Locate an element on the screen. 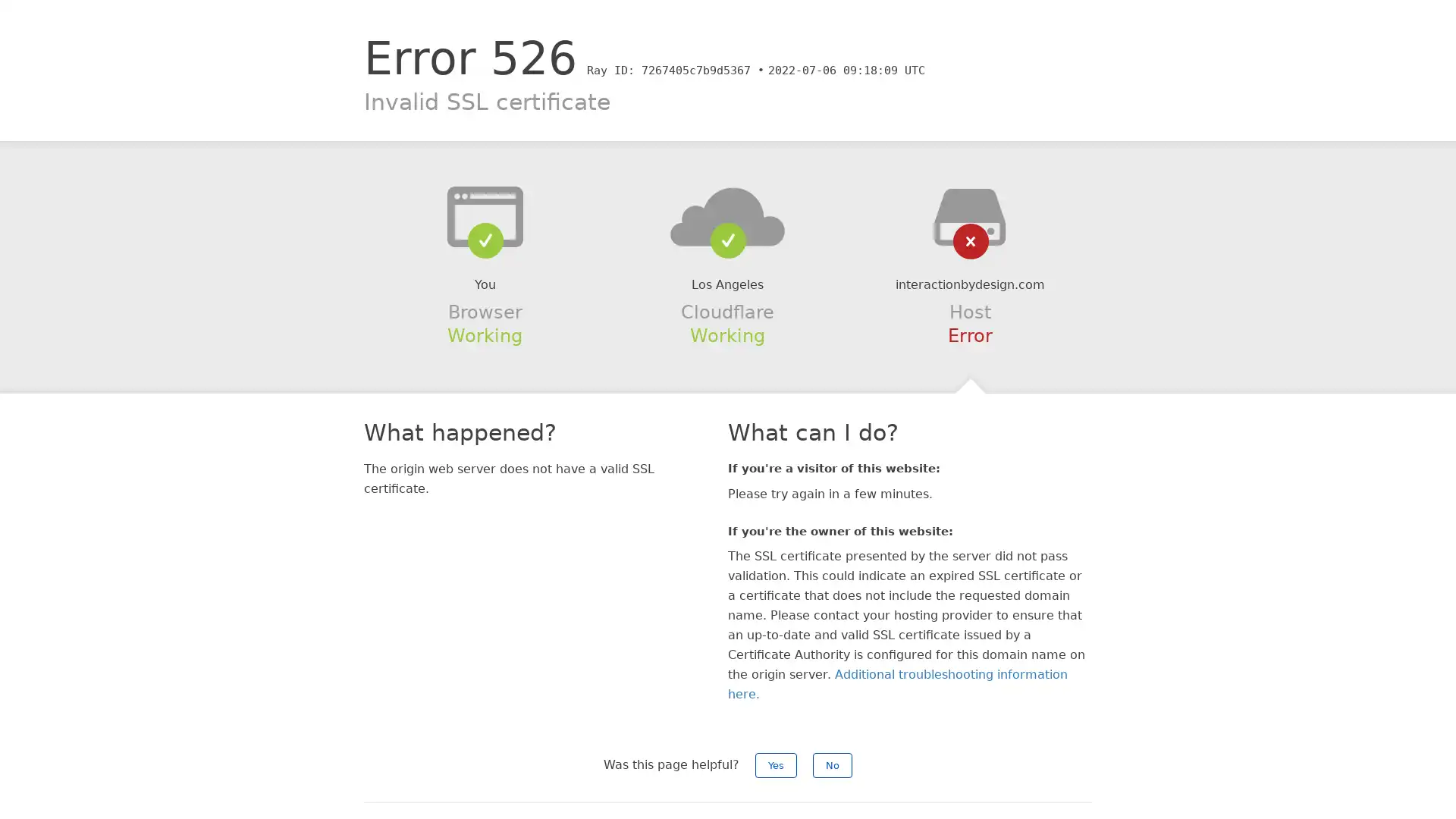  No is located at coordinates (832, 765).